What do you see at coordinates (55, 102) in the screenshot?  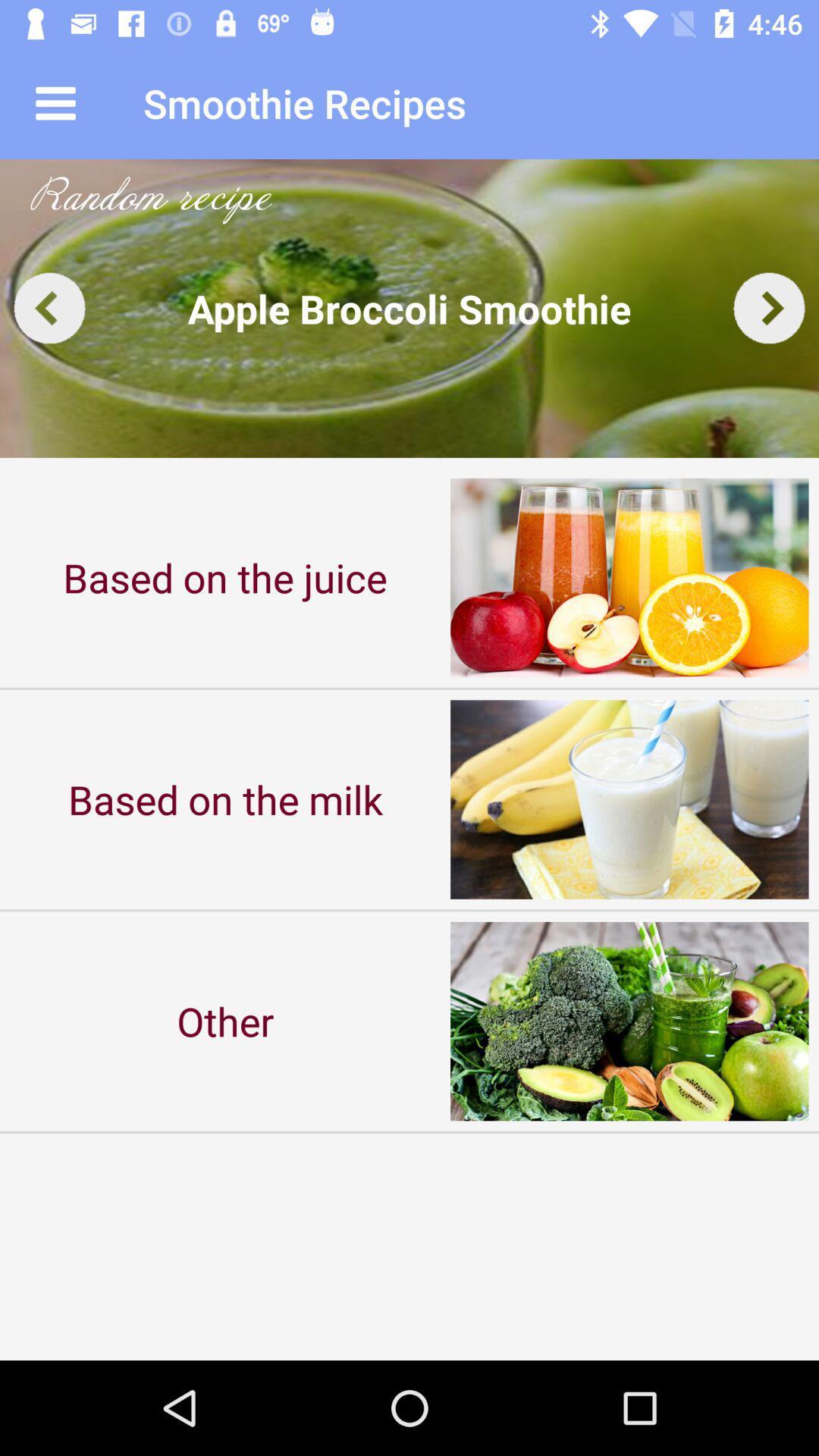 I see `the icon next to smoothie recipes` at bounding box center [55, 102].